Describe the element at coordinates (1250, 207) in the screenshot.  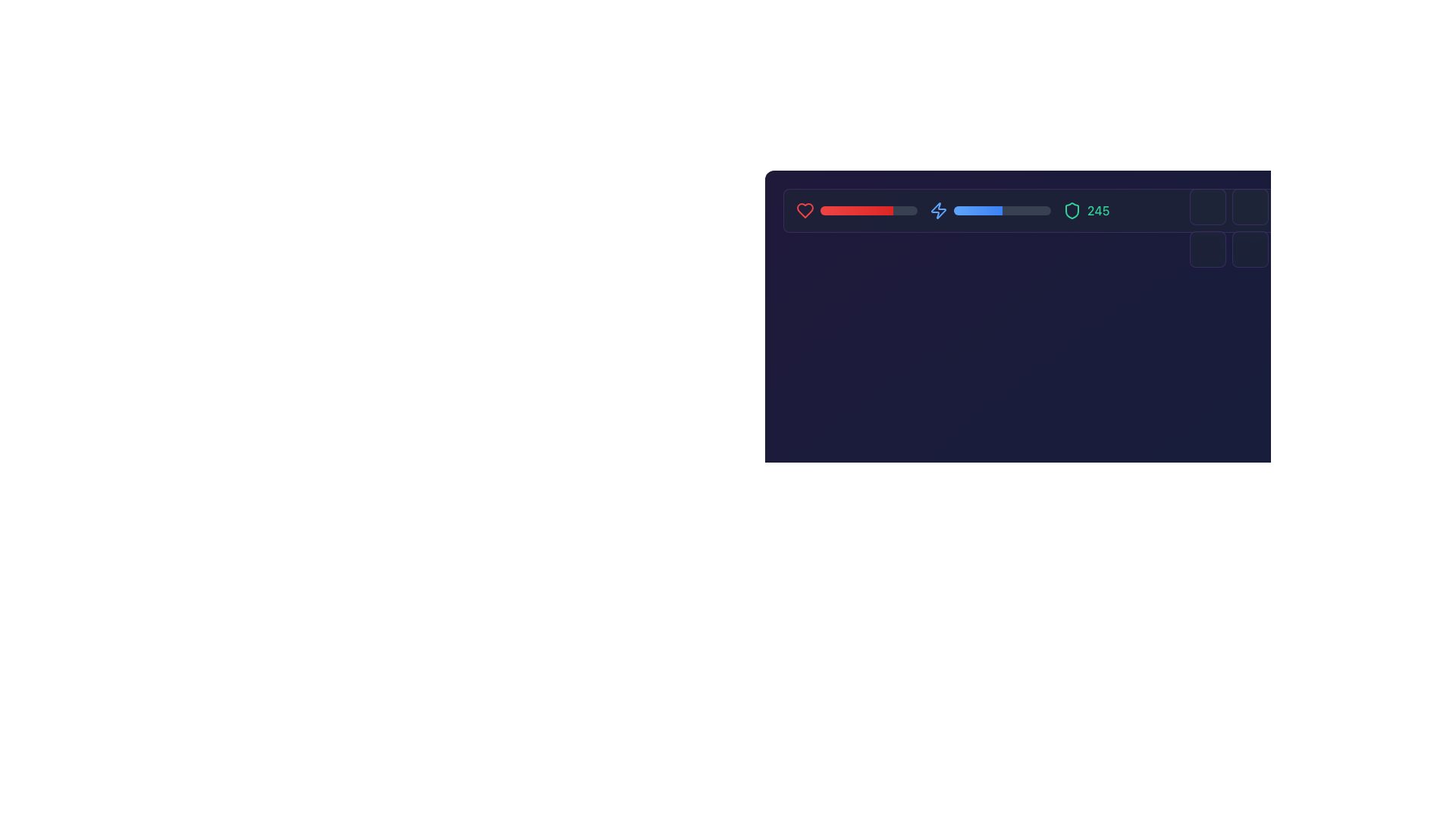
I see `the square button with rounded corners located in the top-right corner of the interface, which features a transparent backdrop blur effect and a light purple soft border, to observe the changes upon hovering` at that location.